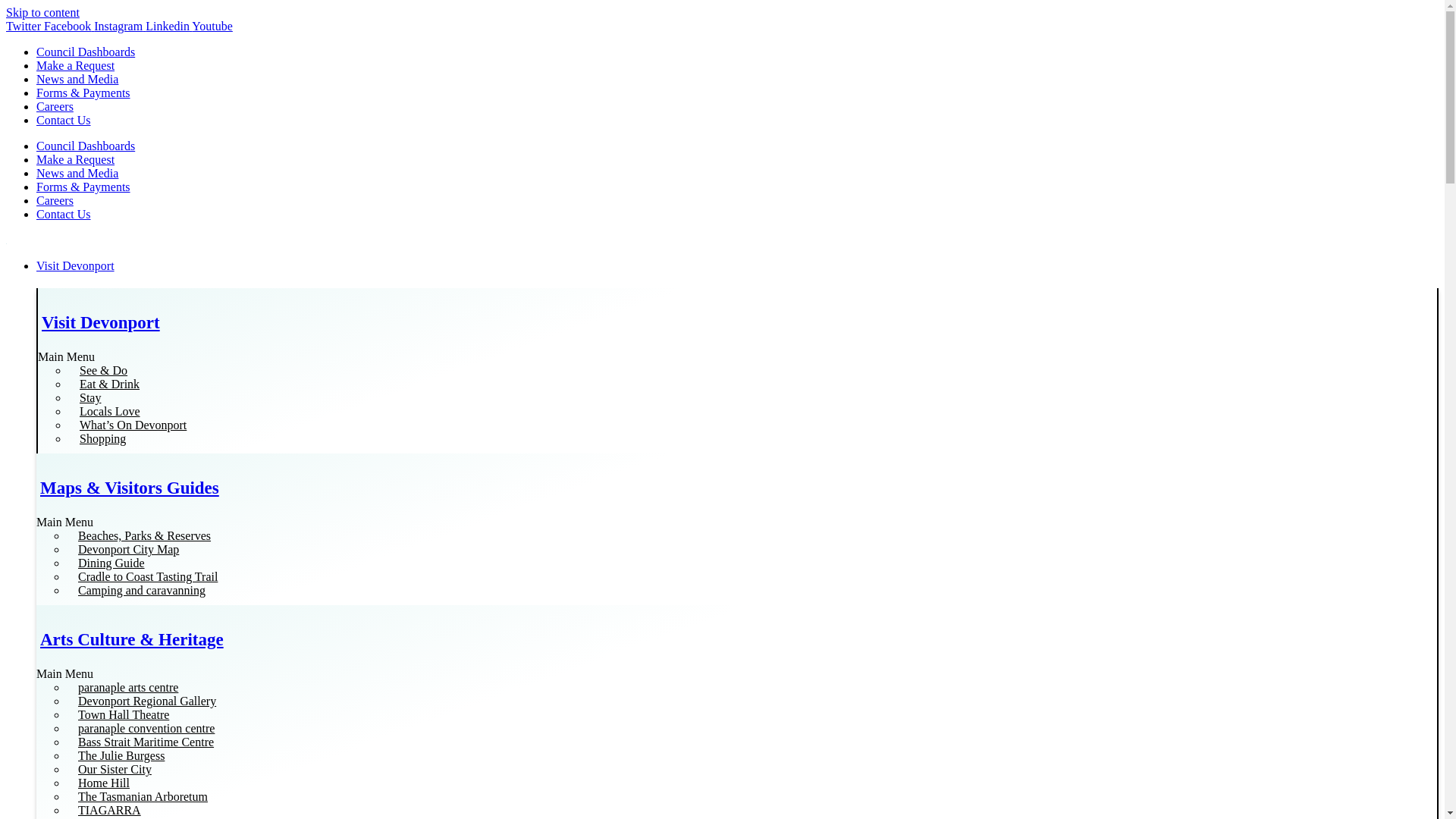  I want to click on 'Youtube', so click(211, 26).